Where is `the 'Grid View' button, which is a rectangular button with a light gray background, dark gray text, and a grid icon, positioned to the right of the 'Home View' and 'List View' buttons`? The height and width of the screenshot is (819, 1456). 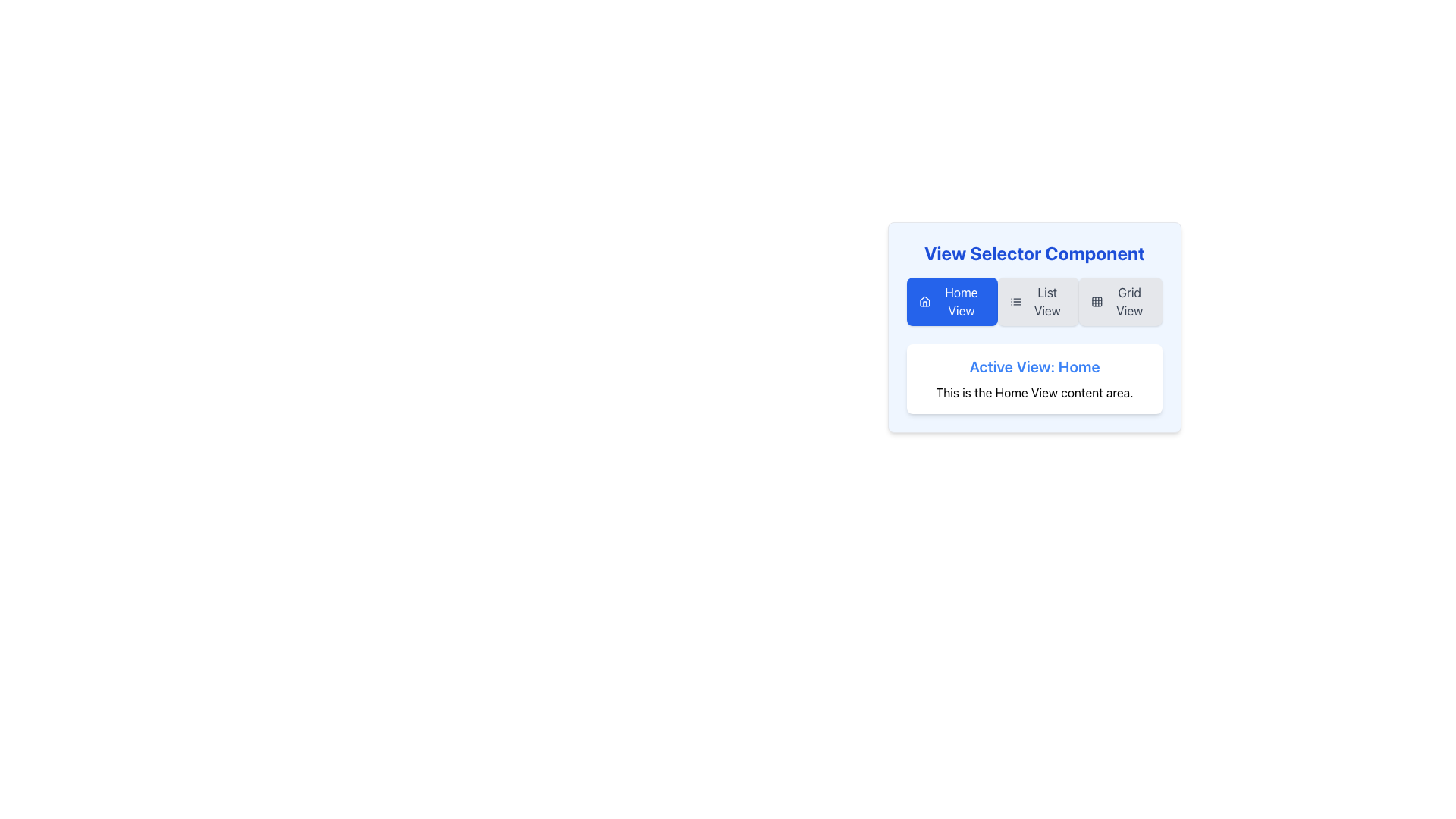
the 'Grid View' button, which is a rectangular button with a light gray background, dark gray text, and a grid icon, positioned to the right of the 'Home View' and 'List View' buttons is located at coordinates (1120, 301).